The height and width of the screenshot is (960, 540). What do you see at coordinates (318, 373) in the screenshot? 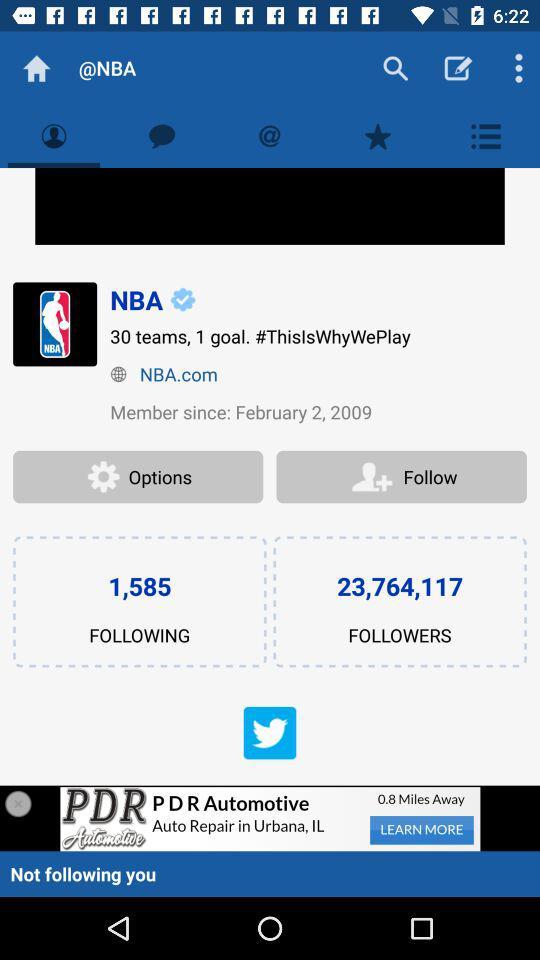
I see `nbacom` at bounding box center [318, 373].